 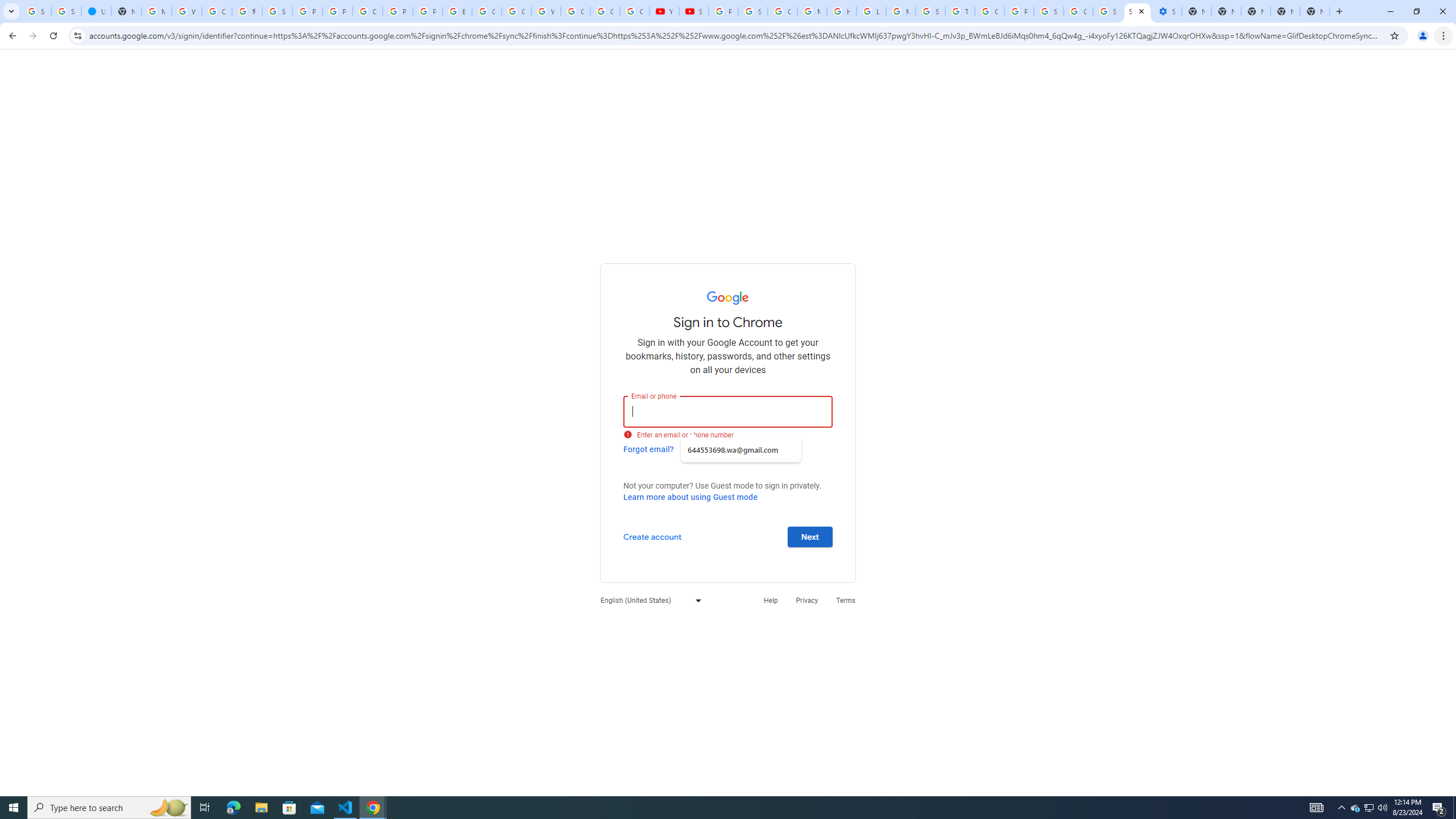 What do you see at coordinates (95, 11) in the screenshot?
I see `'USA TODAY'` at bounding box center [95, 11].